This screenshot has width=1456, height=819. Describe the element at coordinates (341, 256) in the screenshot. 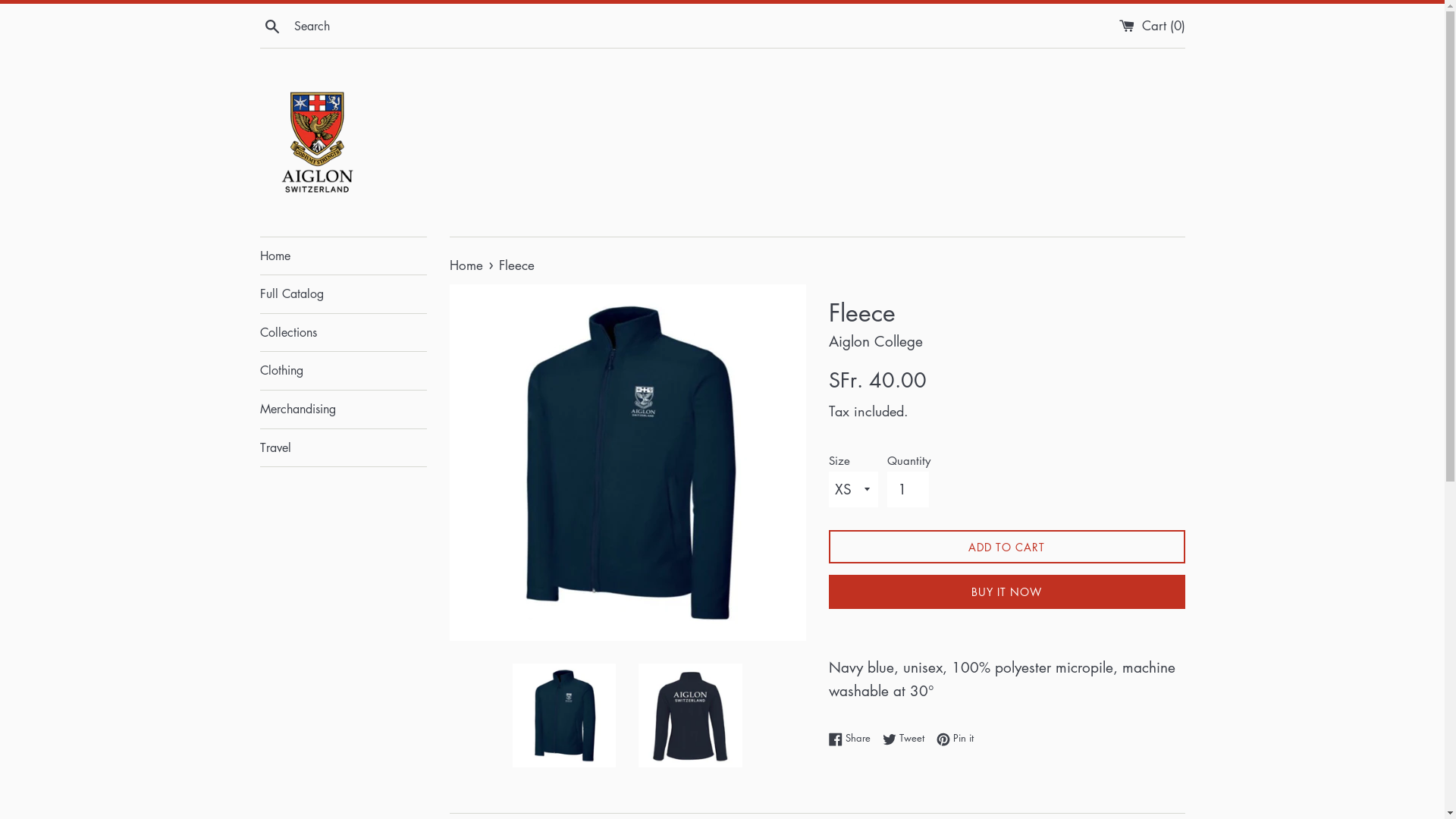

I see `'Home'` at that location.